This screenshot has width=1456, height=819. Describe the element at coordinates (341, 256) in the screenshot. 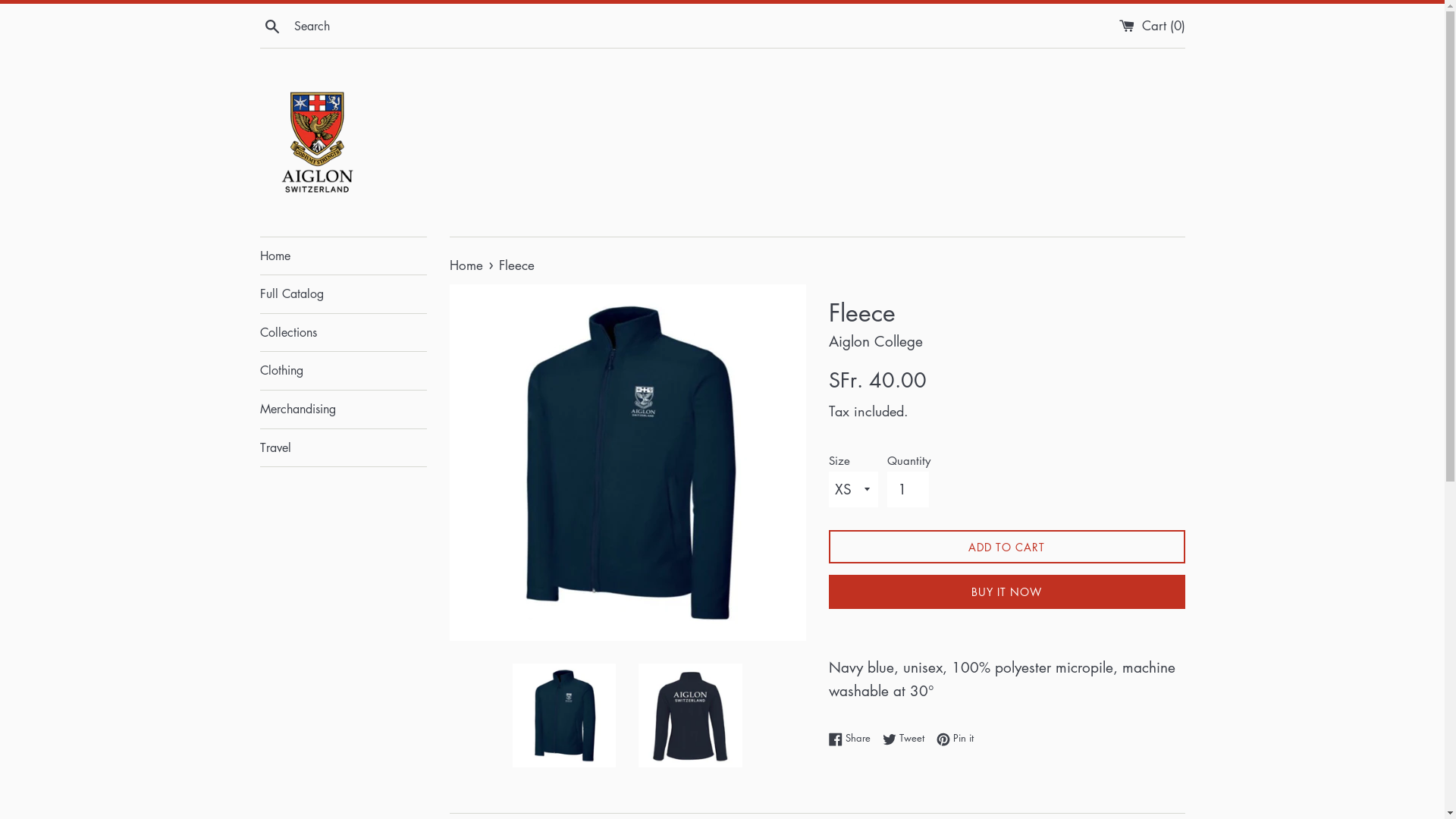

I see `'Home'` at that location.